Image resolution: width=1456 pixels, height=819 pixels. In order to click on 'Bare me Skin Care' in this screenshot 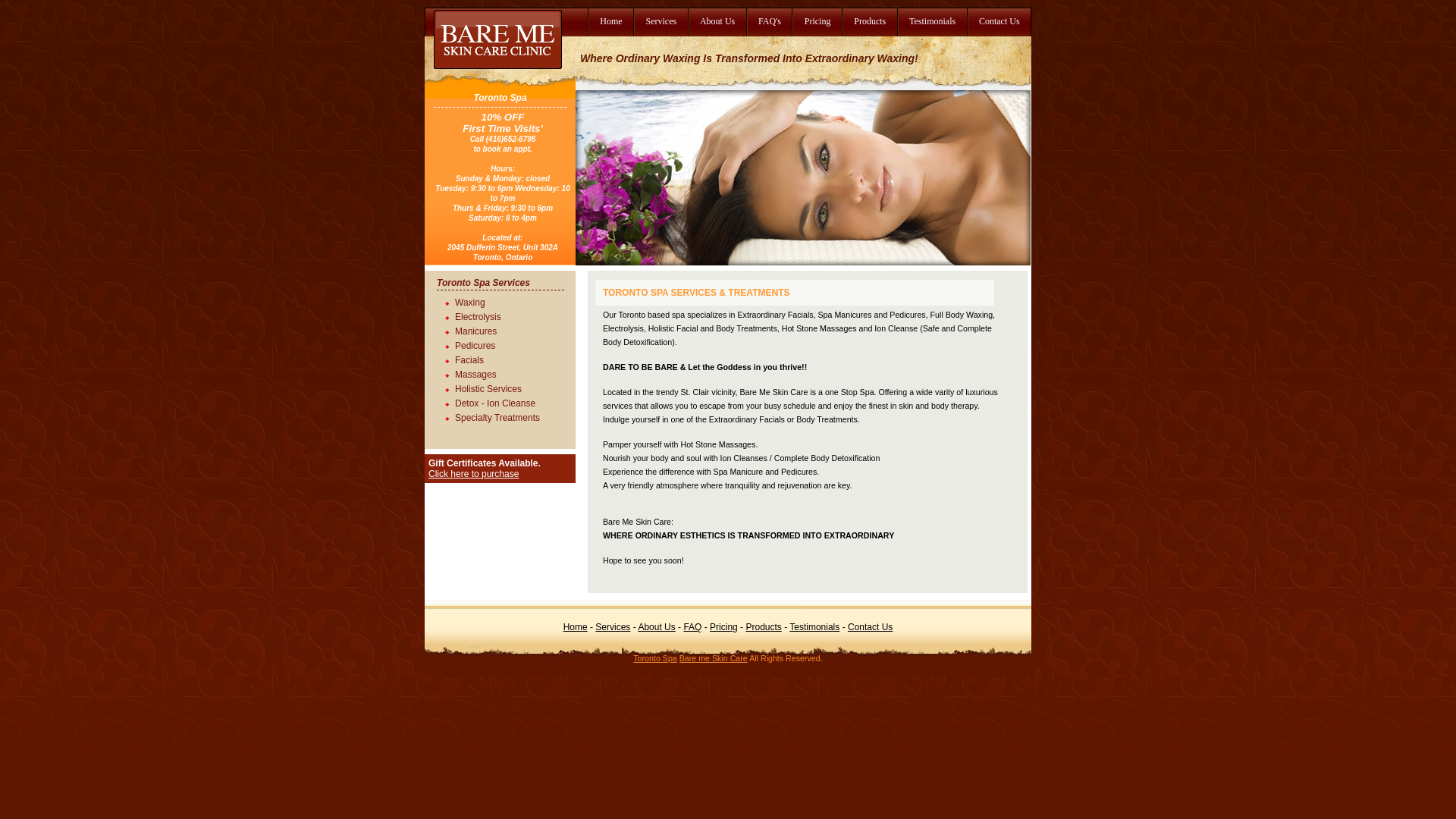, I will do `click(712, 657)`.